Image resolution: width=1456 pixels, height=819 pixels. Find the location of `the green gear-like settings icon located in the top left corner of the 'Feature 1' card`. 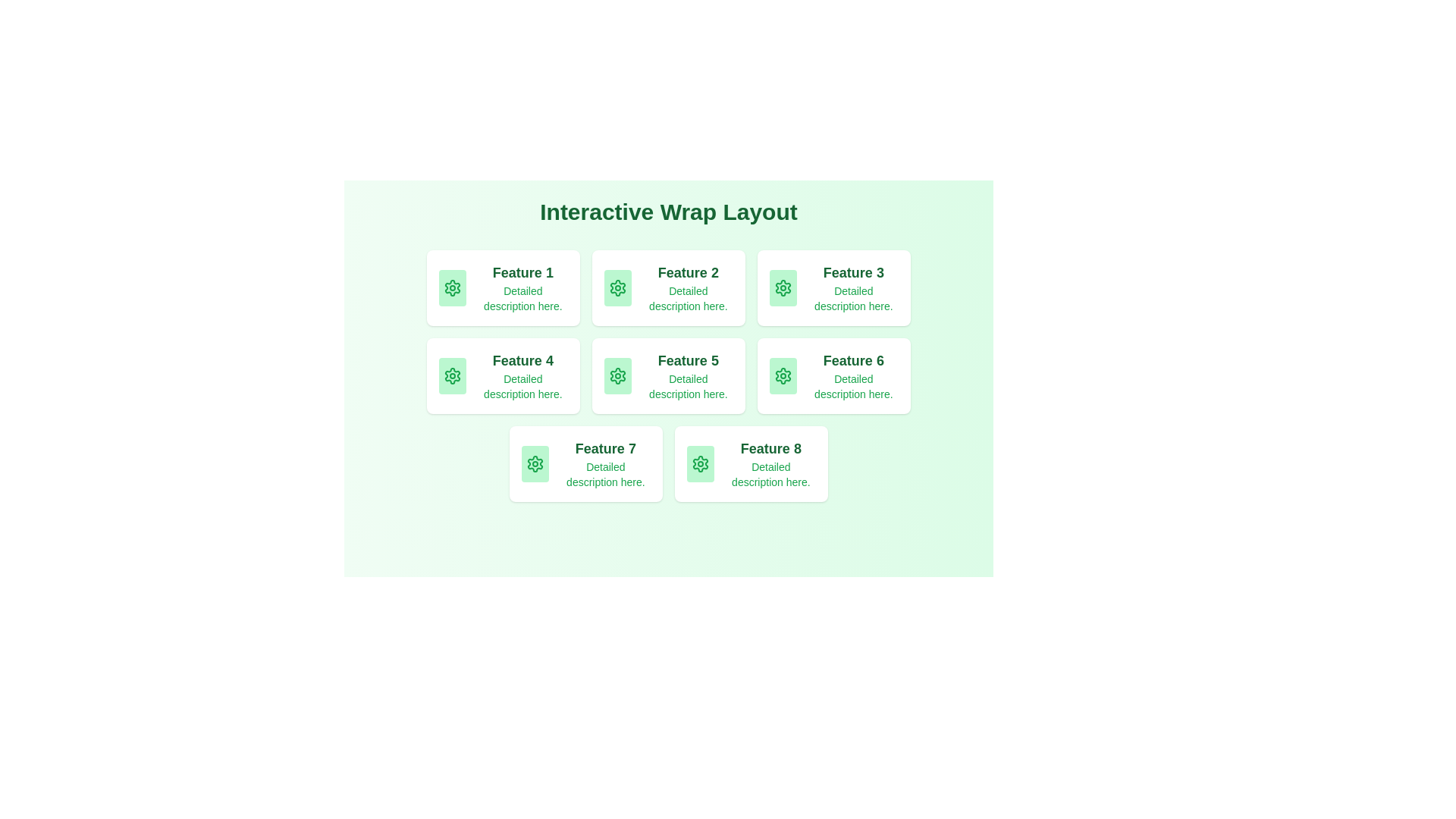

the green gear-like settings icon located in the top left corner of the 'Feature 1' card is located at coordinates (451, 288).